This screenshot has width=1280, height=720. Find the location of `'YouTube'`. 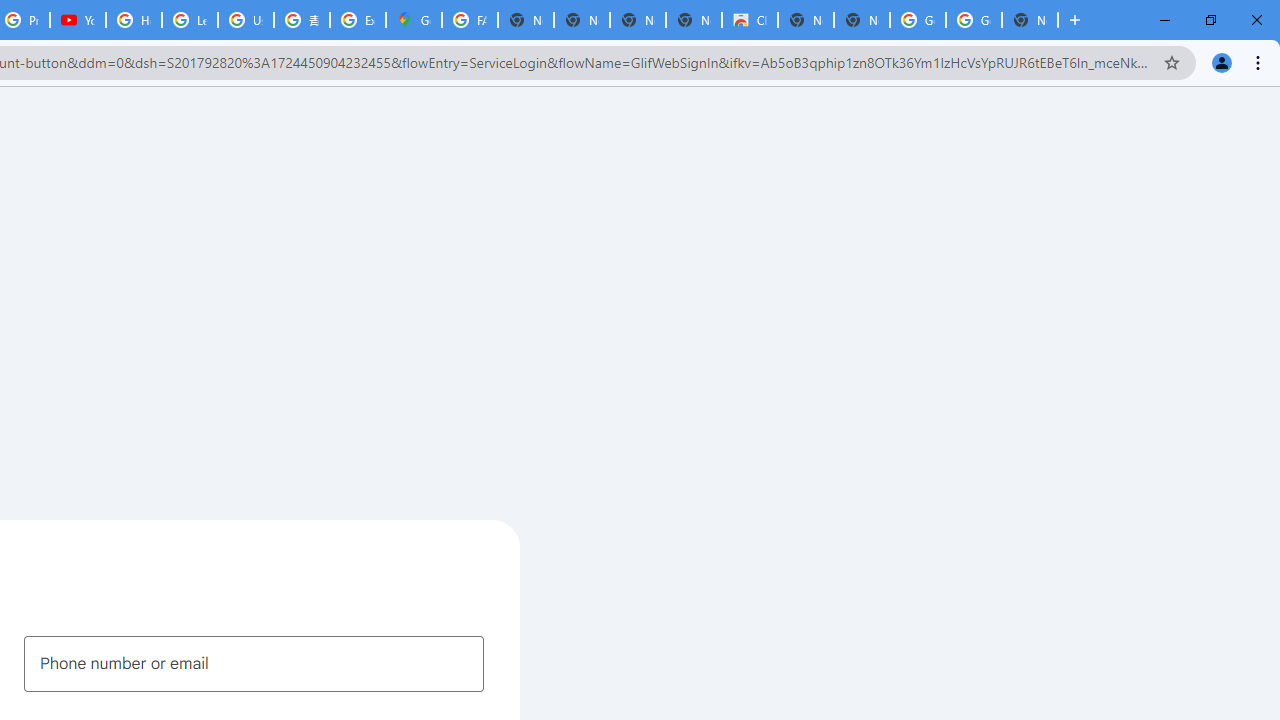

'YouTube' is located at coordinates (78, 20).